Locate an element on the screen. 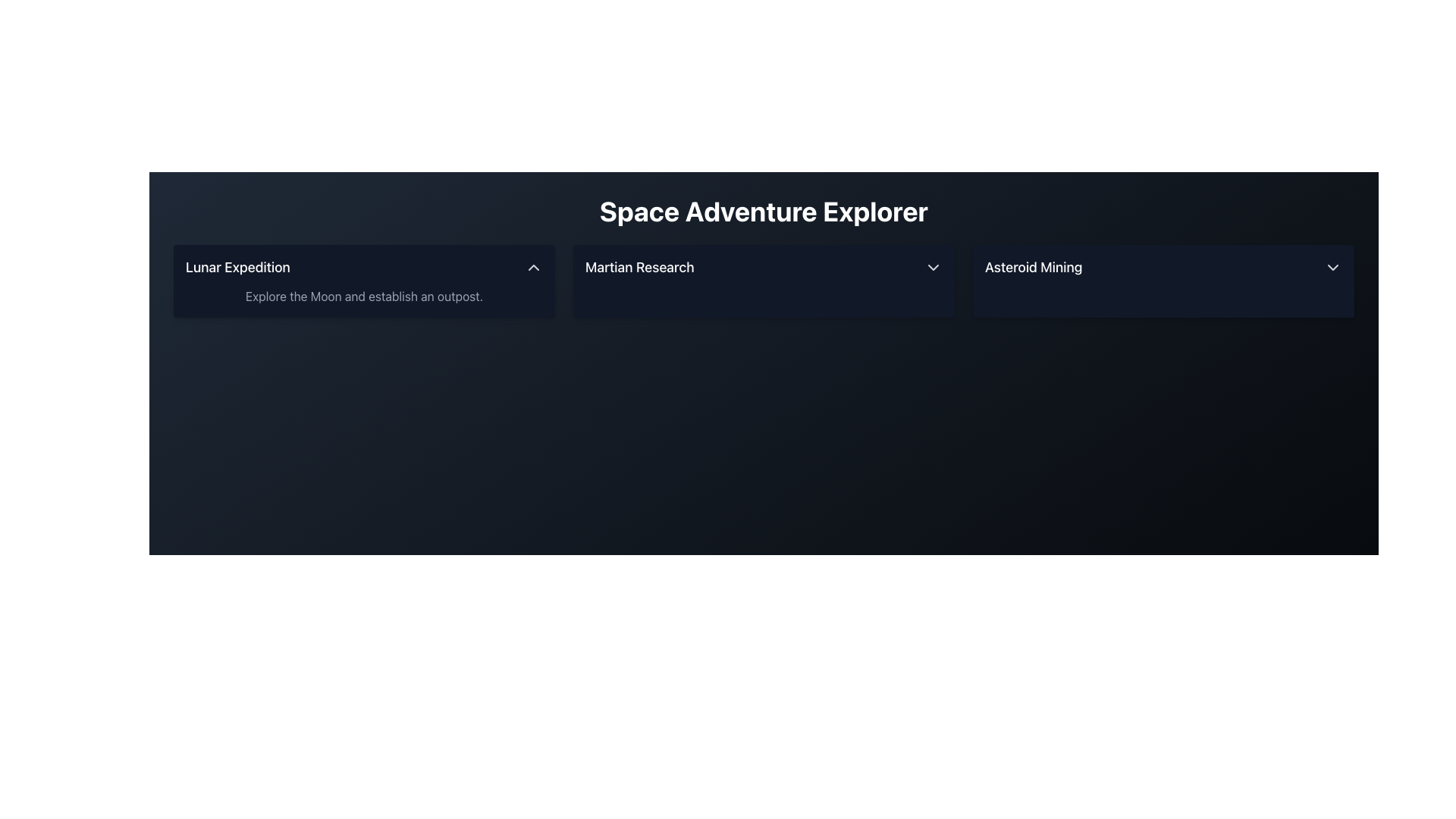 The width and height of the screenshot is (1456, 819). the down arrow icon of the Dropdown indicator located in the 'Martian Research' section is located at coordinates (932, 267).